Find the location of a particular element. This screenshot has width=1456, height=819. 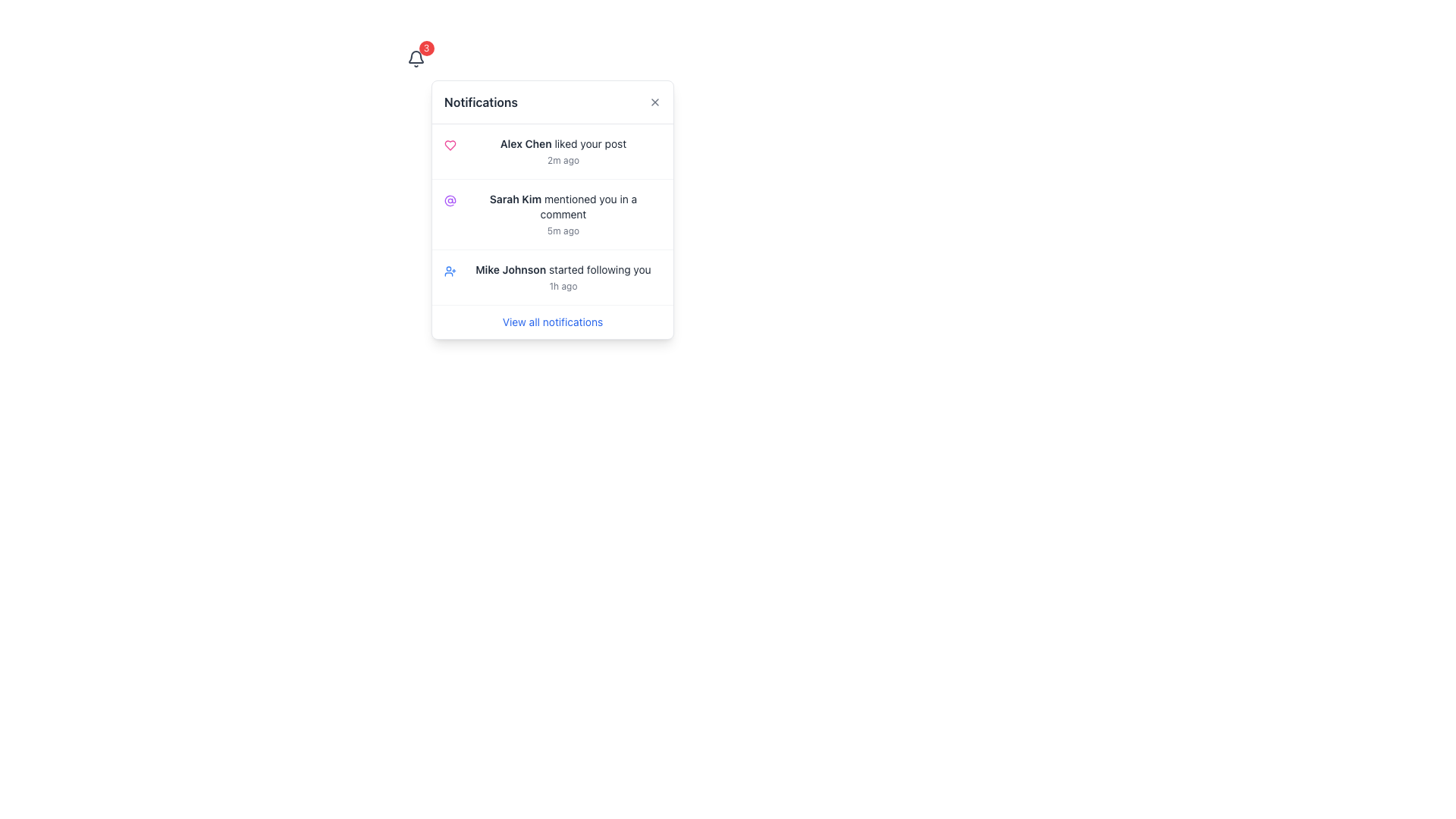

the pink heart icon indicating a 'like' action, which is located at the beginning of the first notification item preceding the text 'Alex Chen liked your post.' is located at coordinates (450, 146).